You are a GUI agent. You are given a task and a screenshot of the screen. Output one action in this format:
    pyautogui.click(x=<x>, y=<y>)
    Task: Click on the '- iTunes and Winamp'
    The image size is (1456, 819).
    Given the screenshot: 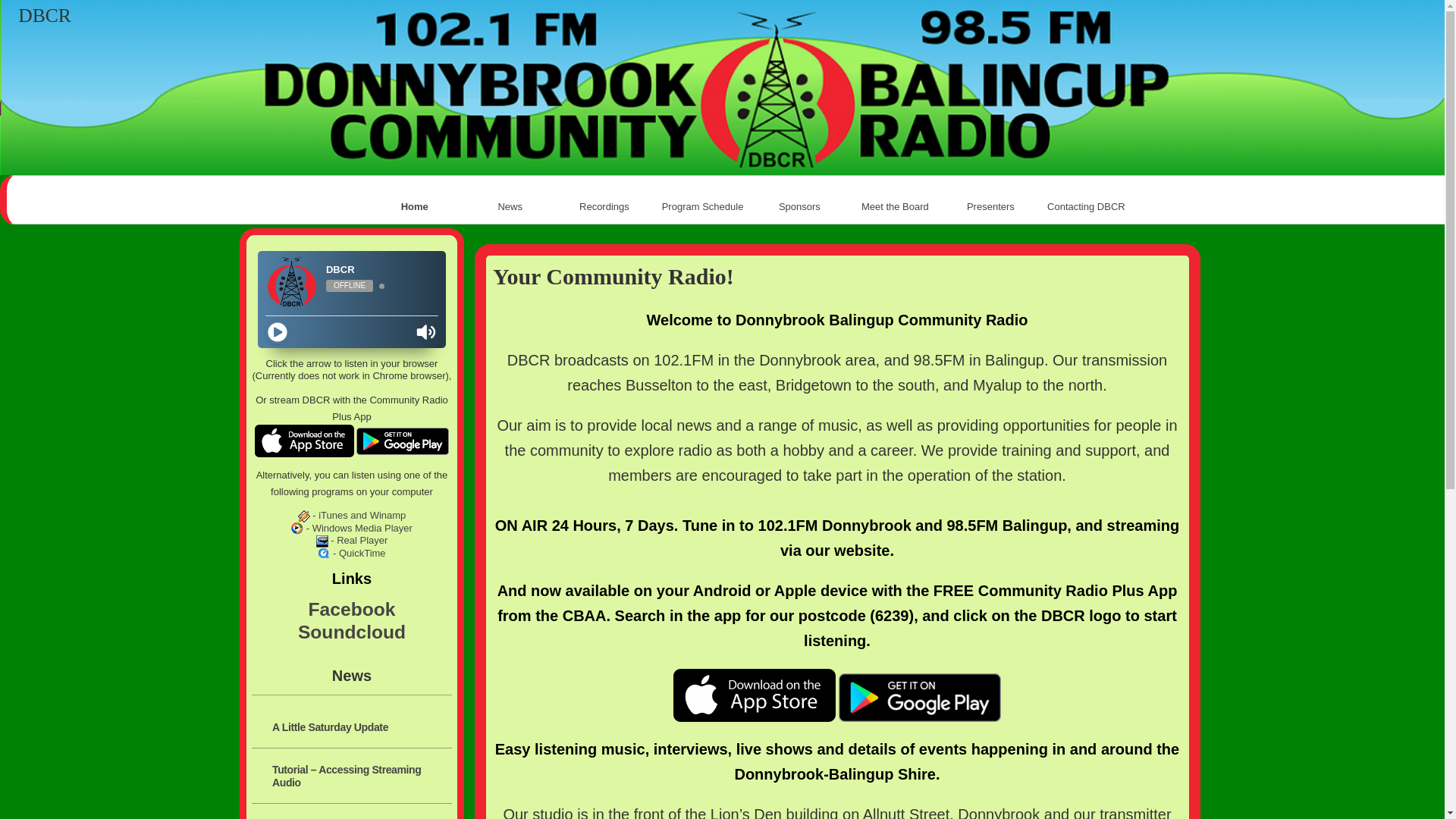 What is the action you would take?
    pyautogui.click(x=351, y=514)
    